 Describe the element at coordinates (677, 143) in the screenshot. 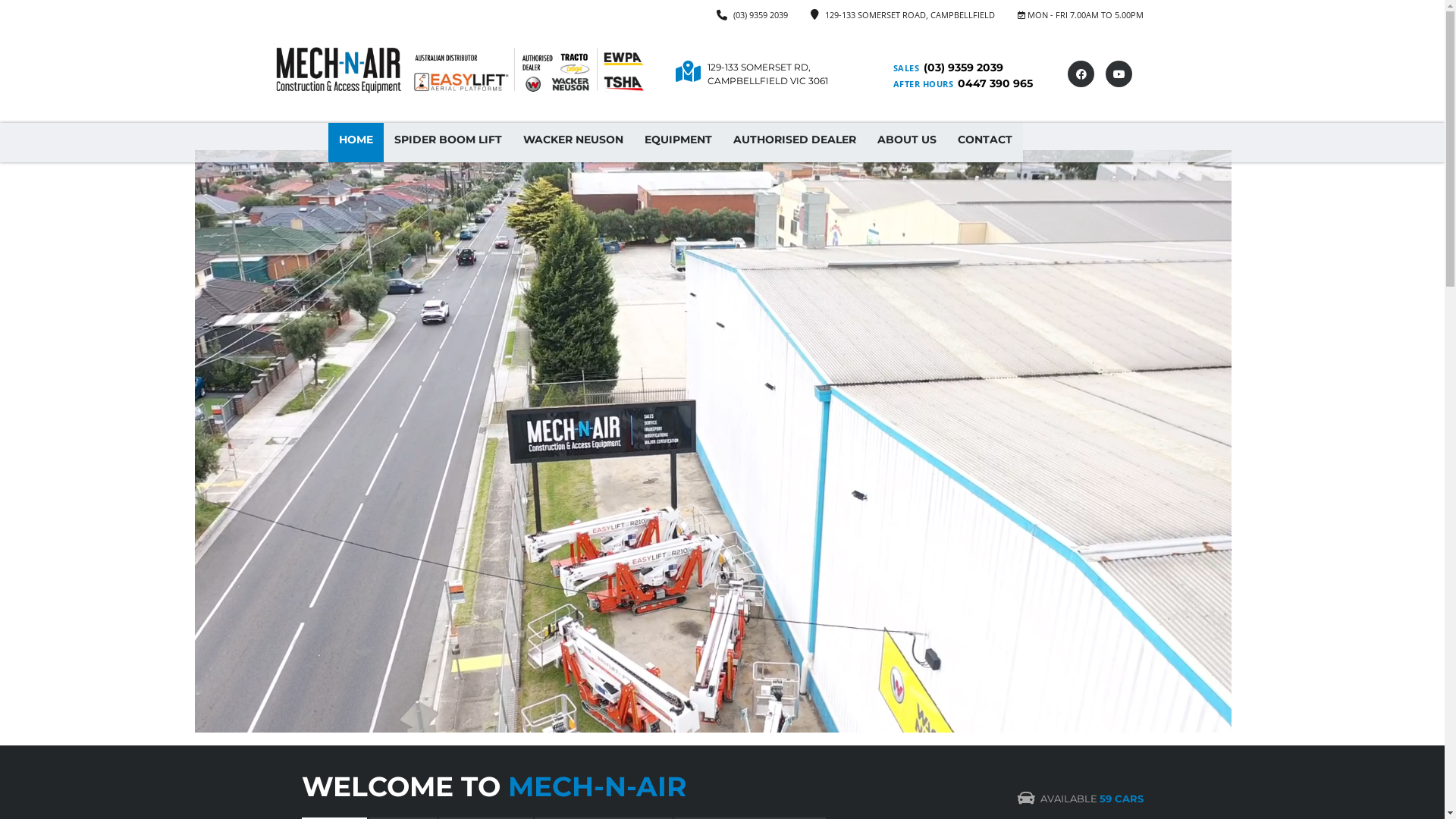

I see `'EQUIPMENT'` at that location.